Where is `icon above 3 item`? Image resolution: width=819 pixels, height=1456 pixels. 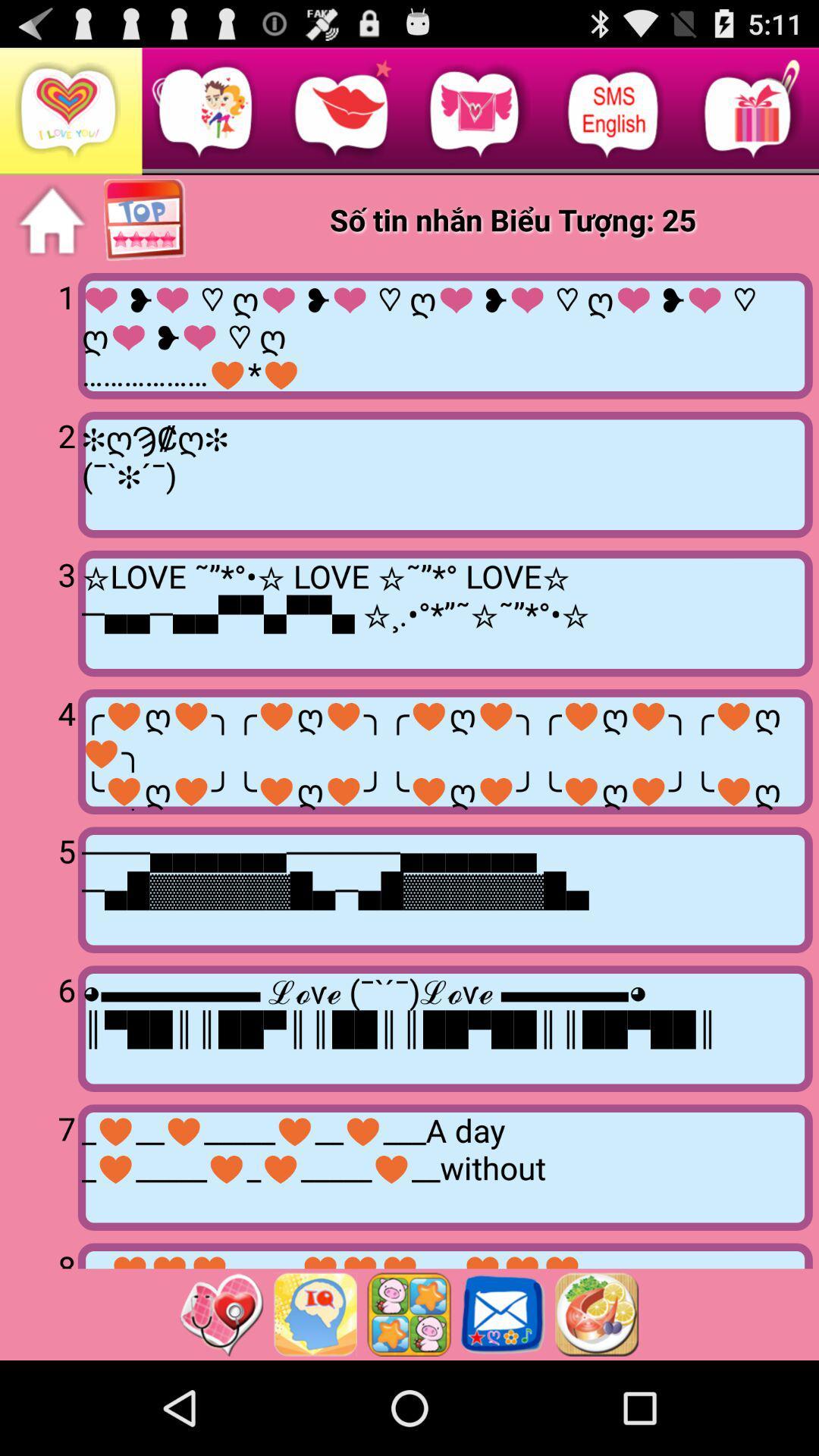 icon above 3 item is located at coordinates (41, 472).